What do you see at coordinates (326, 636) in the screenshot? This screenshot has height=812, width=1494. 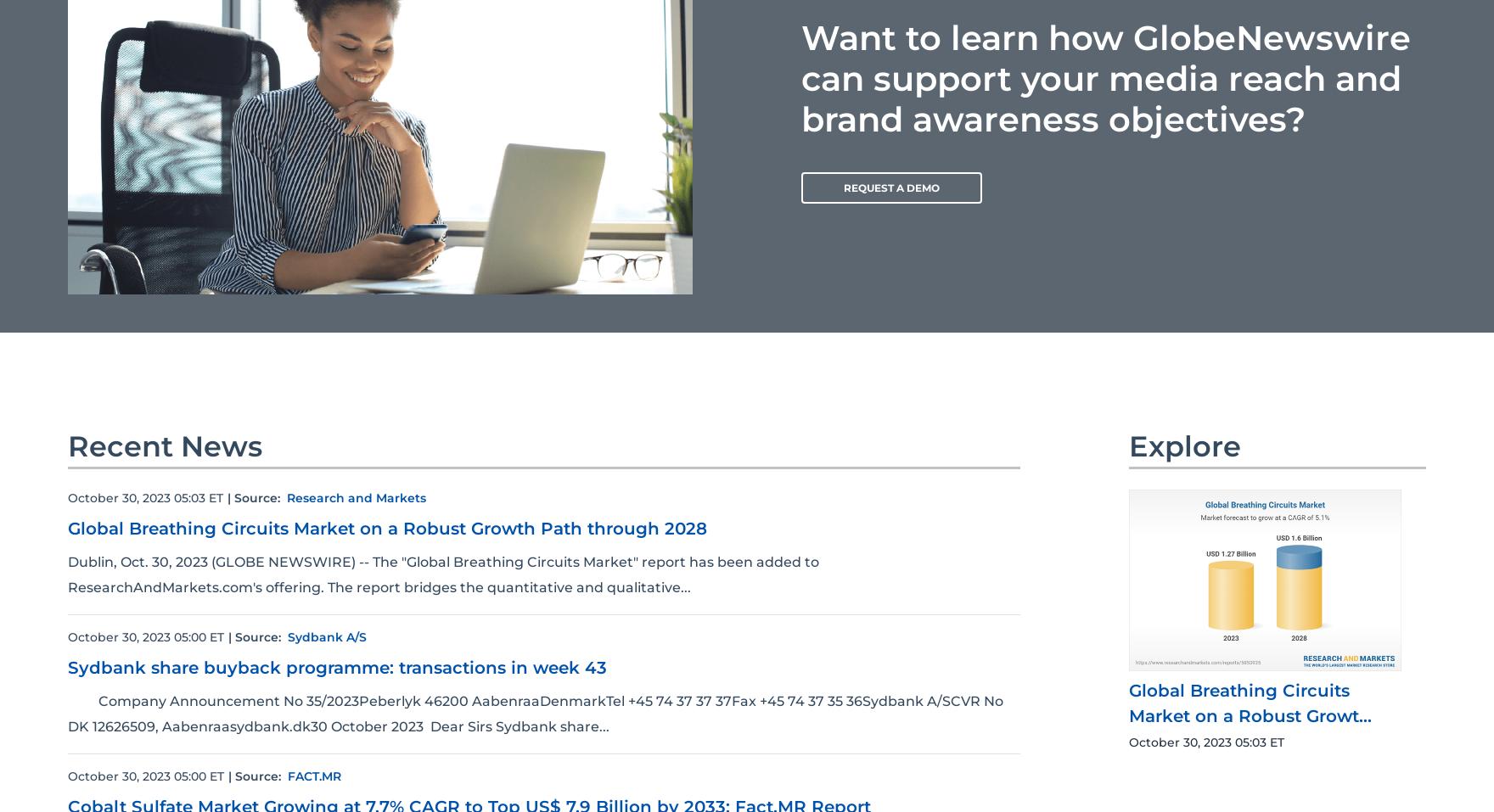 I see `'Sydbank A/S'` at bounding box center [326, 636].